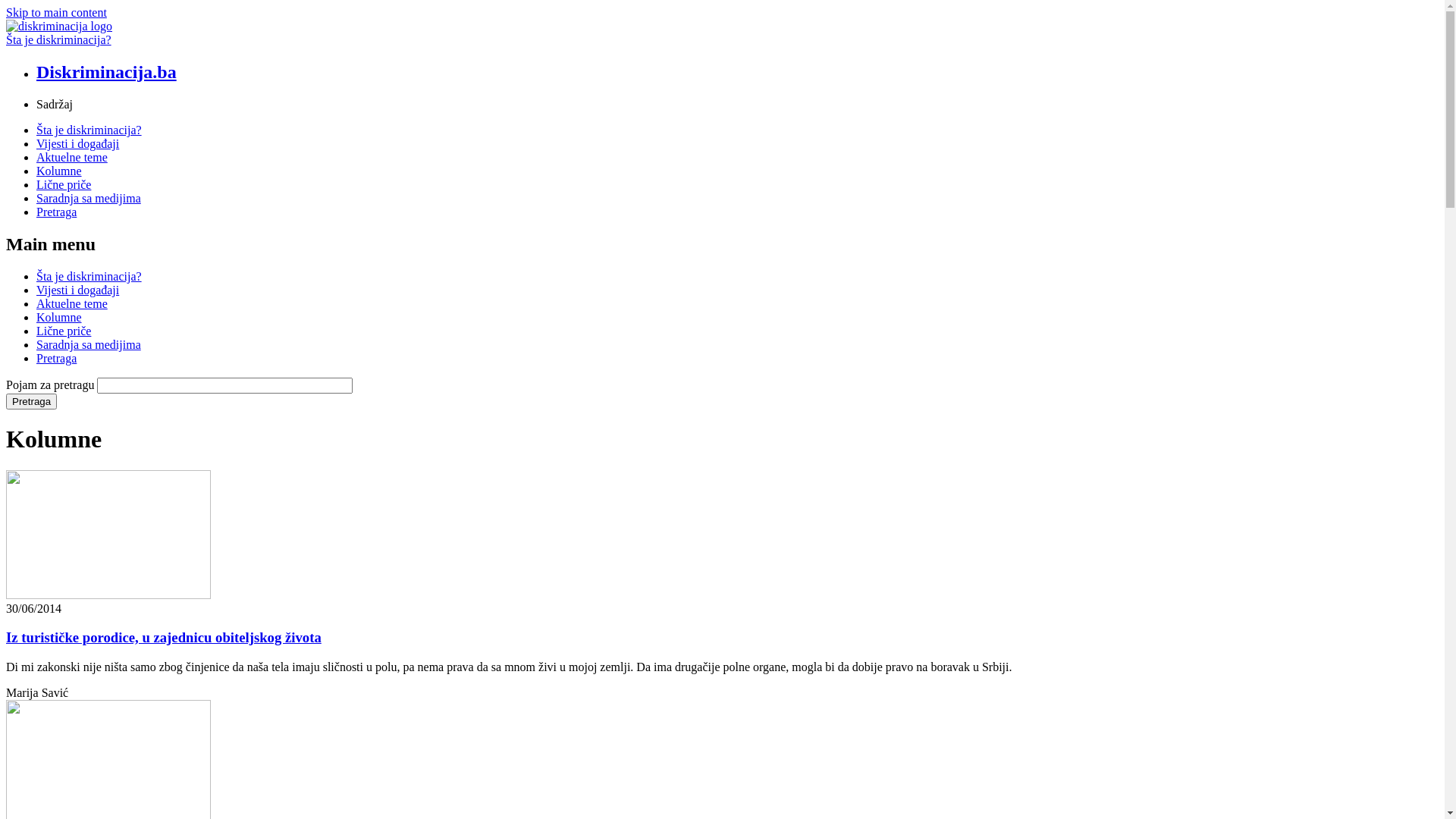 This screenshot has height=819, width=1456. I want to click on 'Saradnja sa medijima', so click(87, 344).